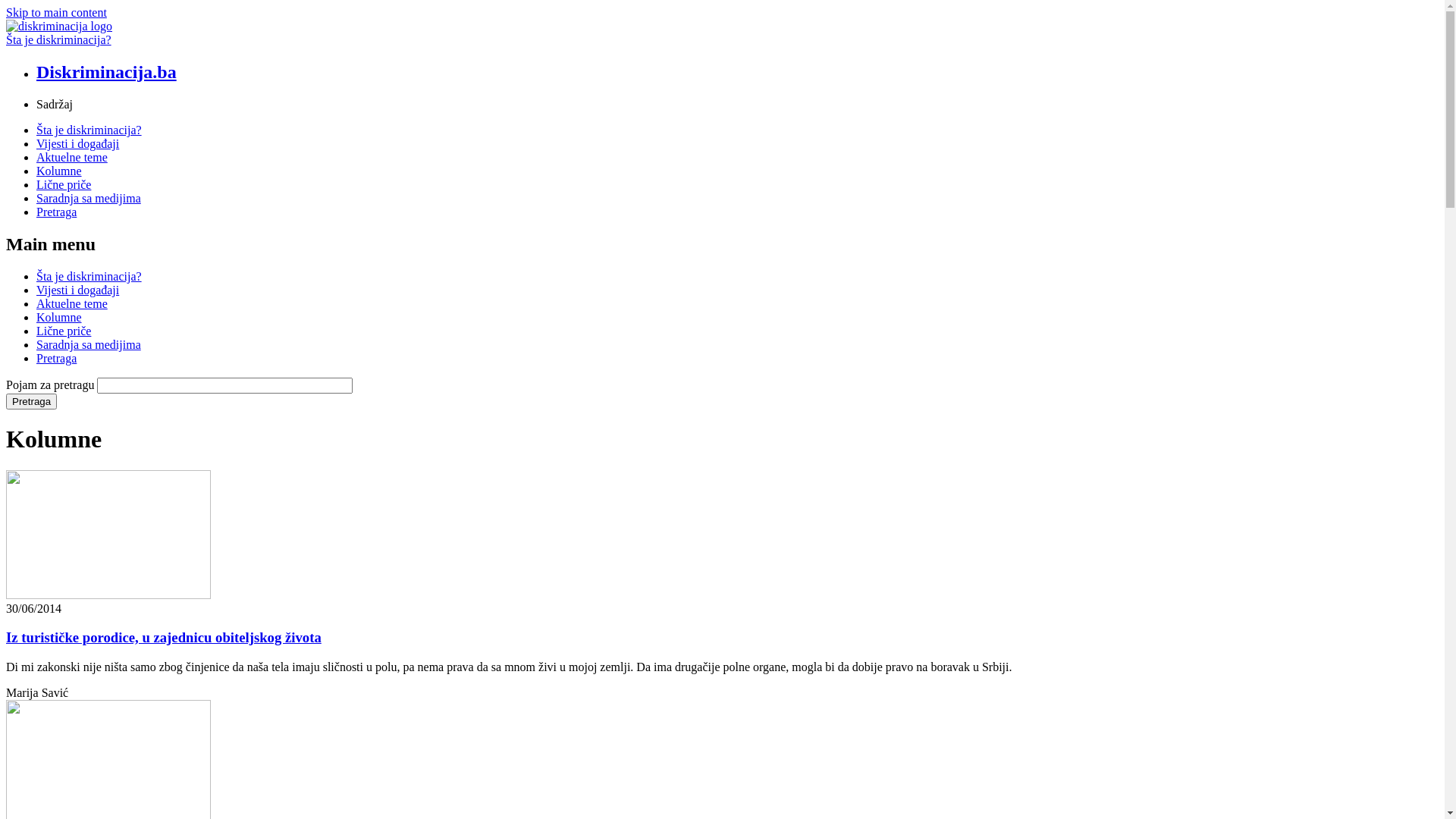 This screenshot has height=819, width=1456. I want to click on 'Saradnja sa medijima', so click(87, 344).